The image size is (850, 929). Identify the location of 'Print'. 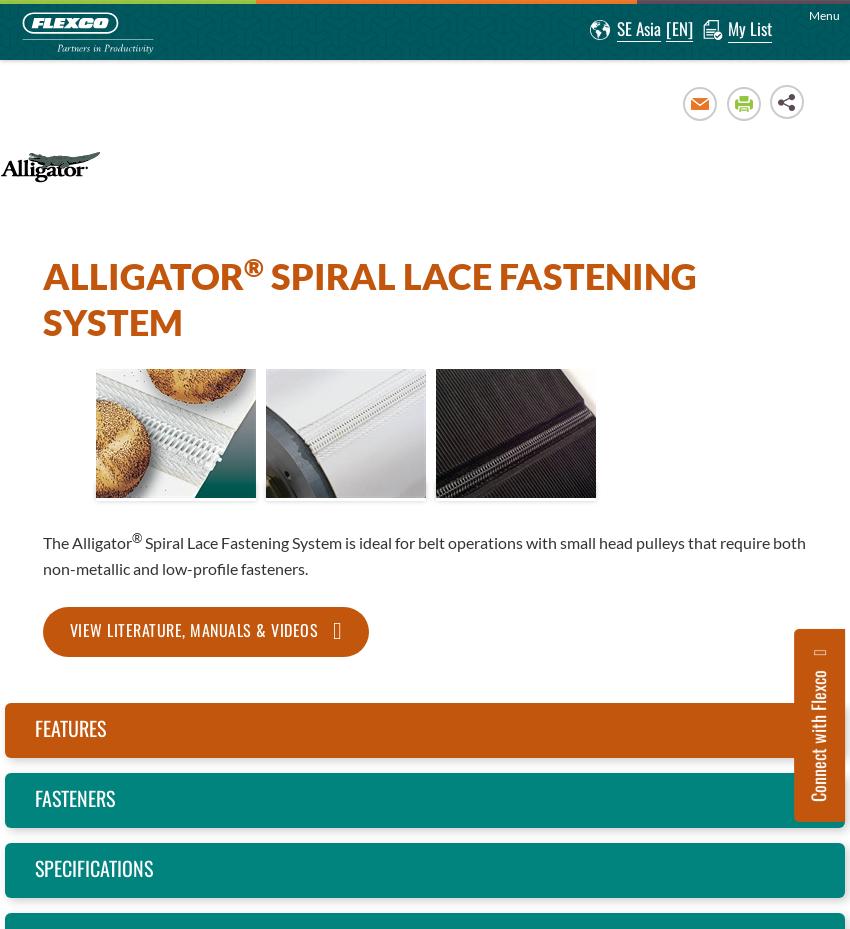
(743, 103).